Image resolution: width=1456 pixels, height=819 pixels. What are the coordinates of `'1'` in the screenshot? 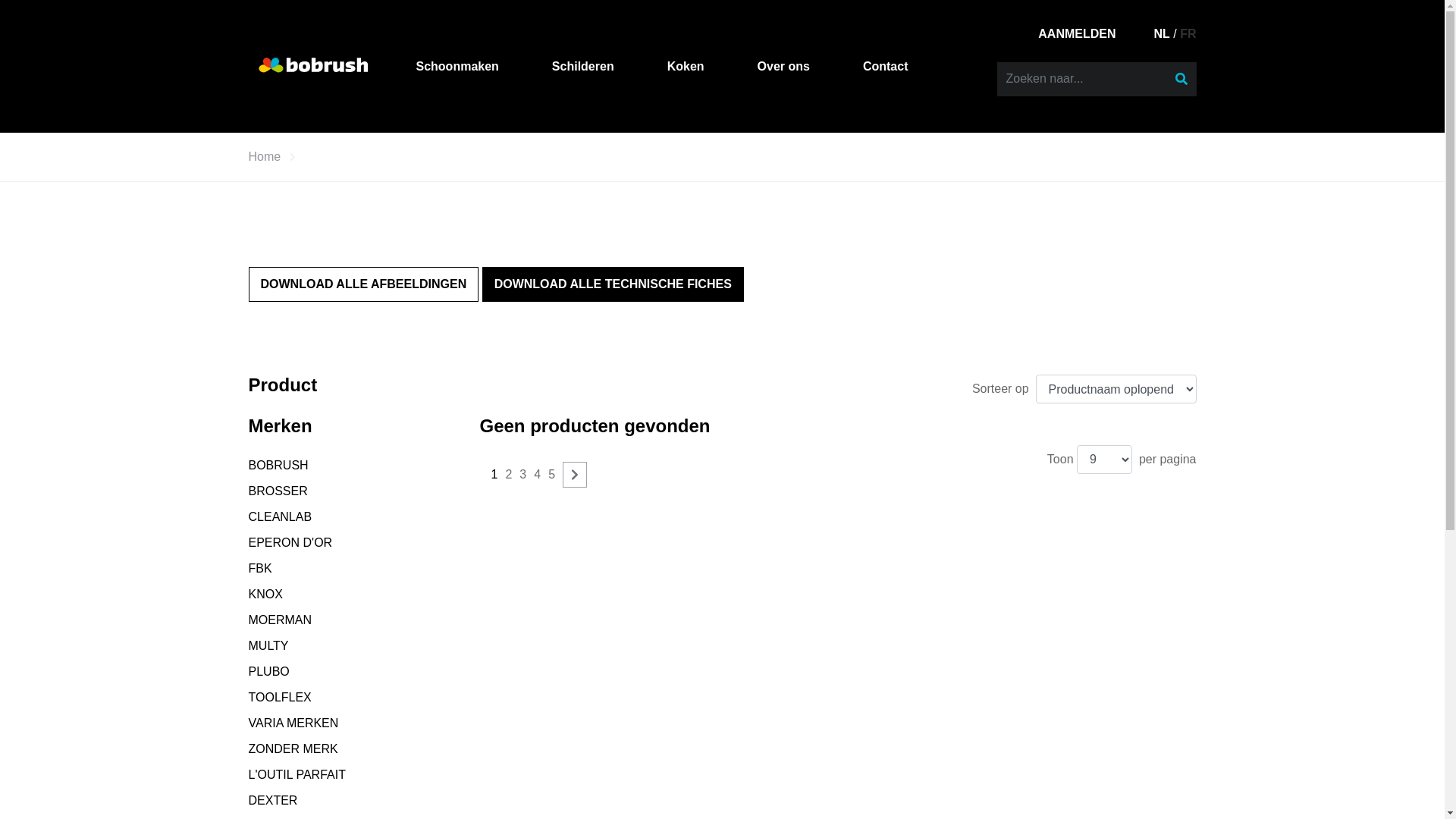 It's located at (494, 473).